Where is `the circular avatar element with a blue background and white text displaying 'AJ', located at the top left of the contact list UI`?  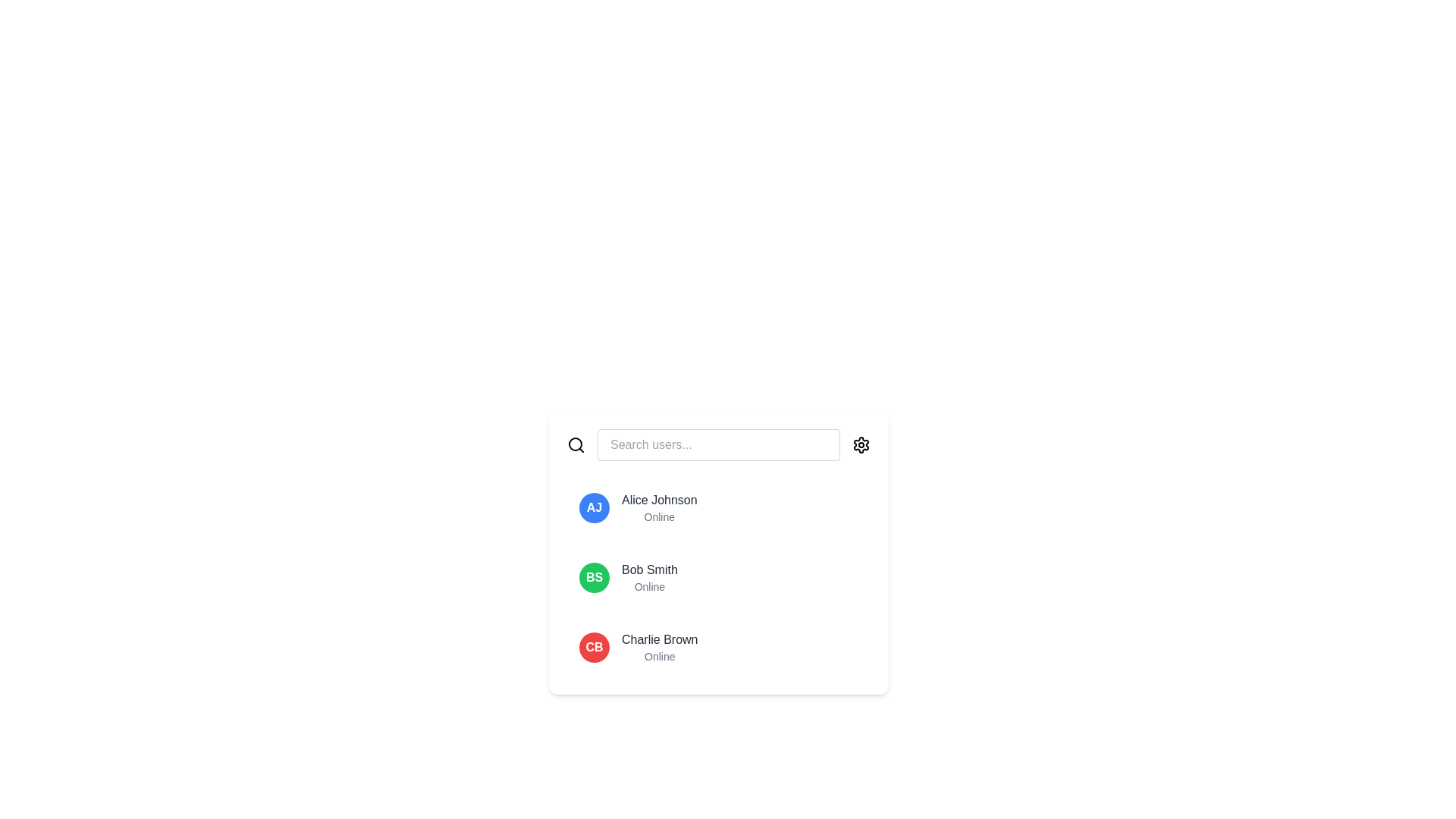
the circular avatar element with a blue background and white text displaying 'AJ', located at the top left of the contact list UI is located at coordinates (593, 508).